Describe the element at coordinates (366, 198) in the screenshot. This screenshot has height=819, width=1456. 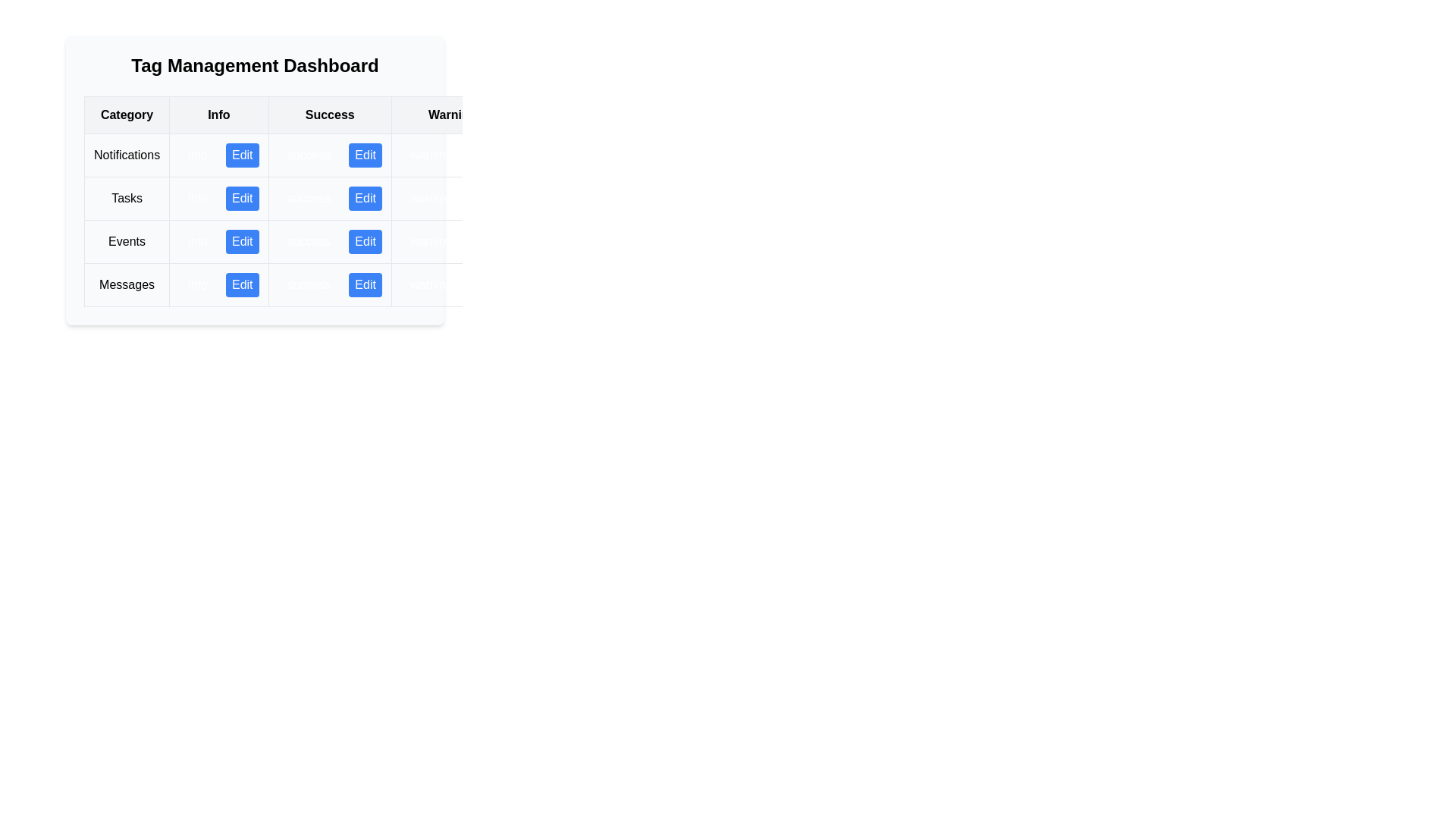
I see `the button in the 'success' column of the 'Tasks' row to change its background color` at that location.